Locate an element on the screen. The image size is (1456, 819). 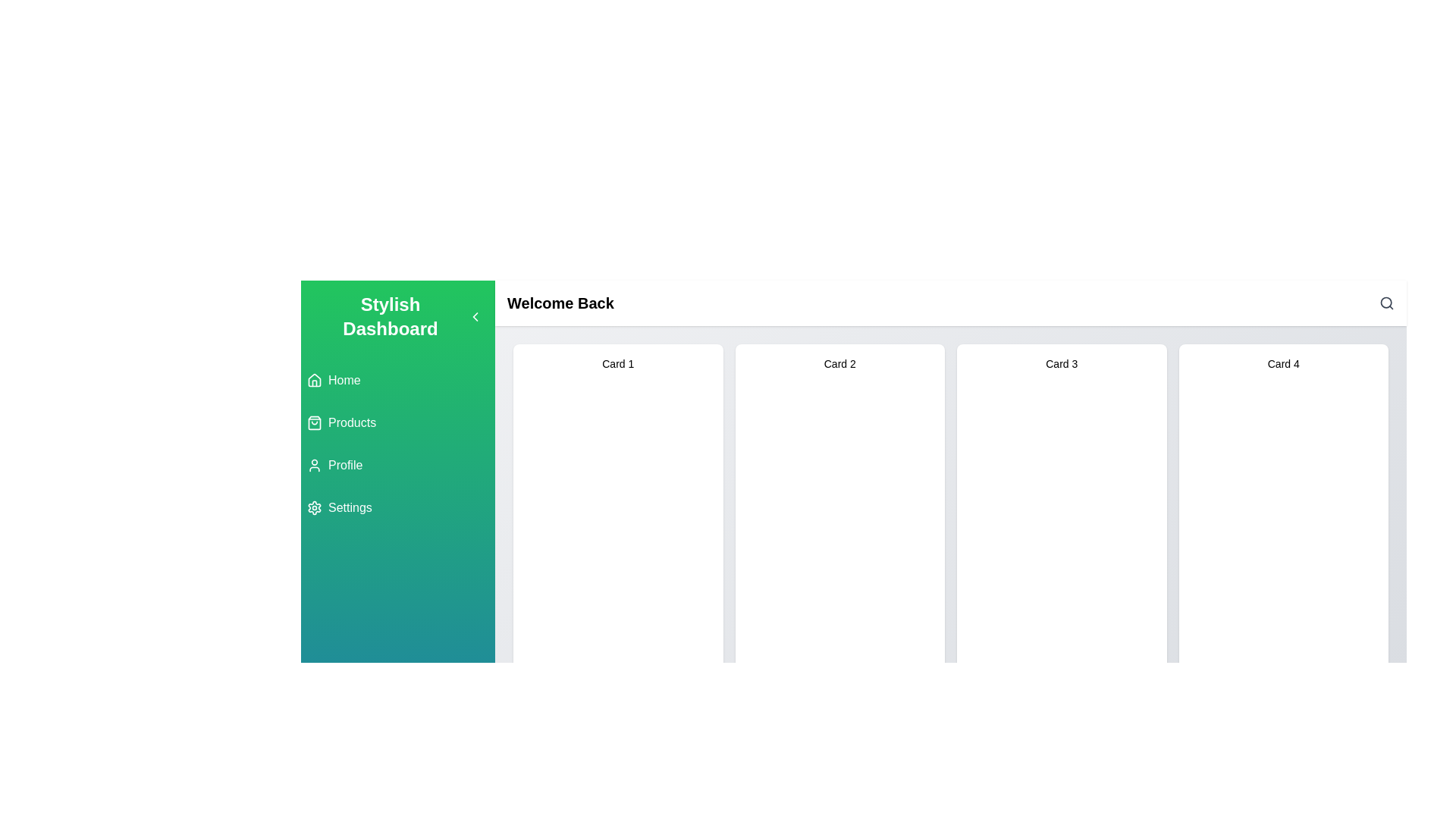
the text label 'Card 2' located in the upper part of the second card from the left in a grid layout, which is in the main section of the interface is located at coordinates (839, 363).